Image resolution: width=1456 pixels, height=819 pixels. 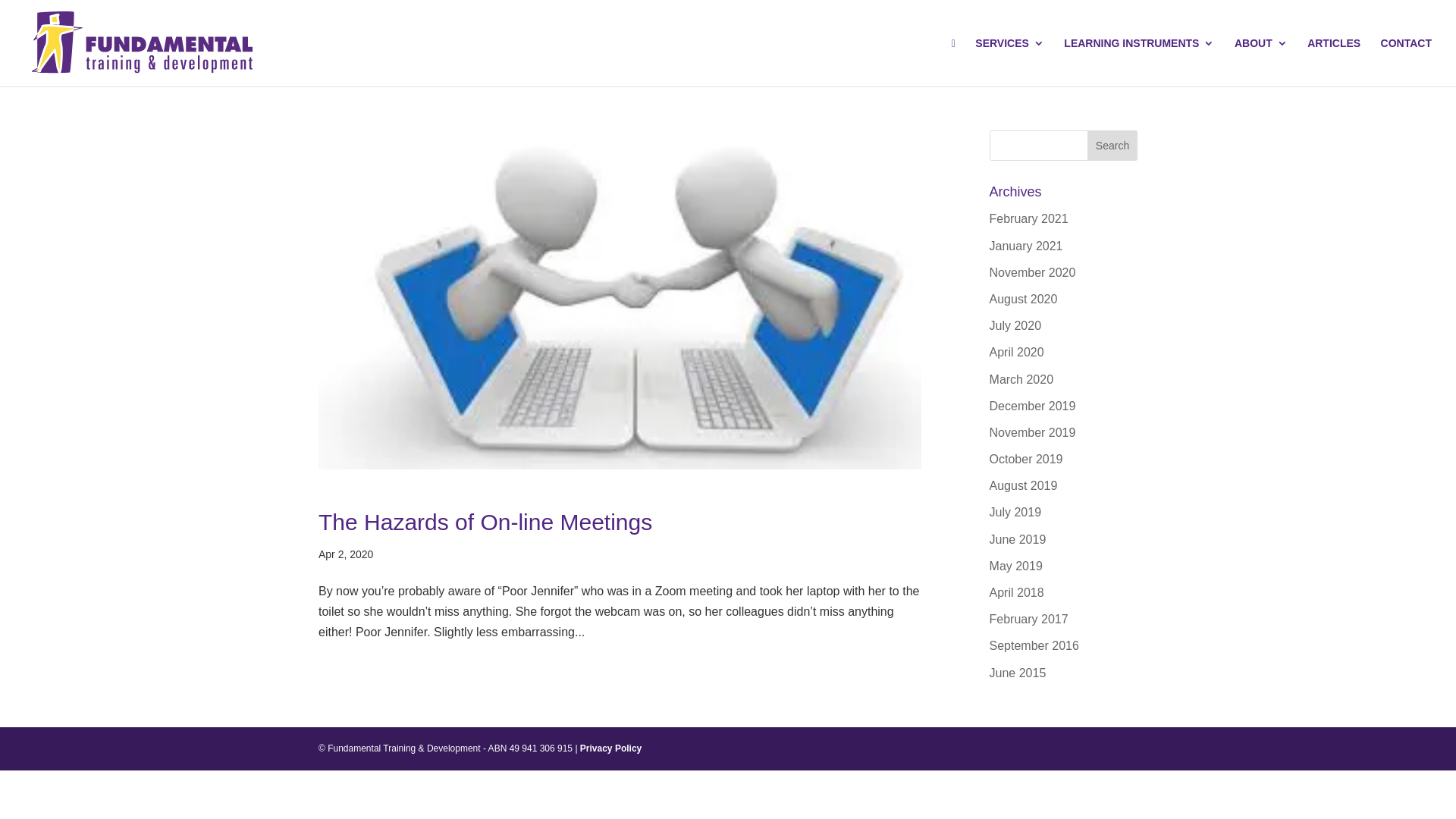 What do you see at coordinates (610, 748) in the screenshot?
I see `'Privacy Policy'` at bounding box center [610, 748].